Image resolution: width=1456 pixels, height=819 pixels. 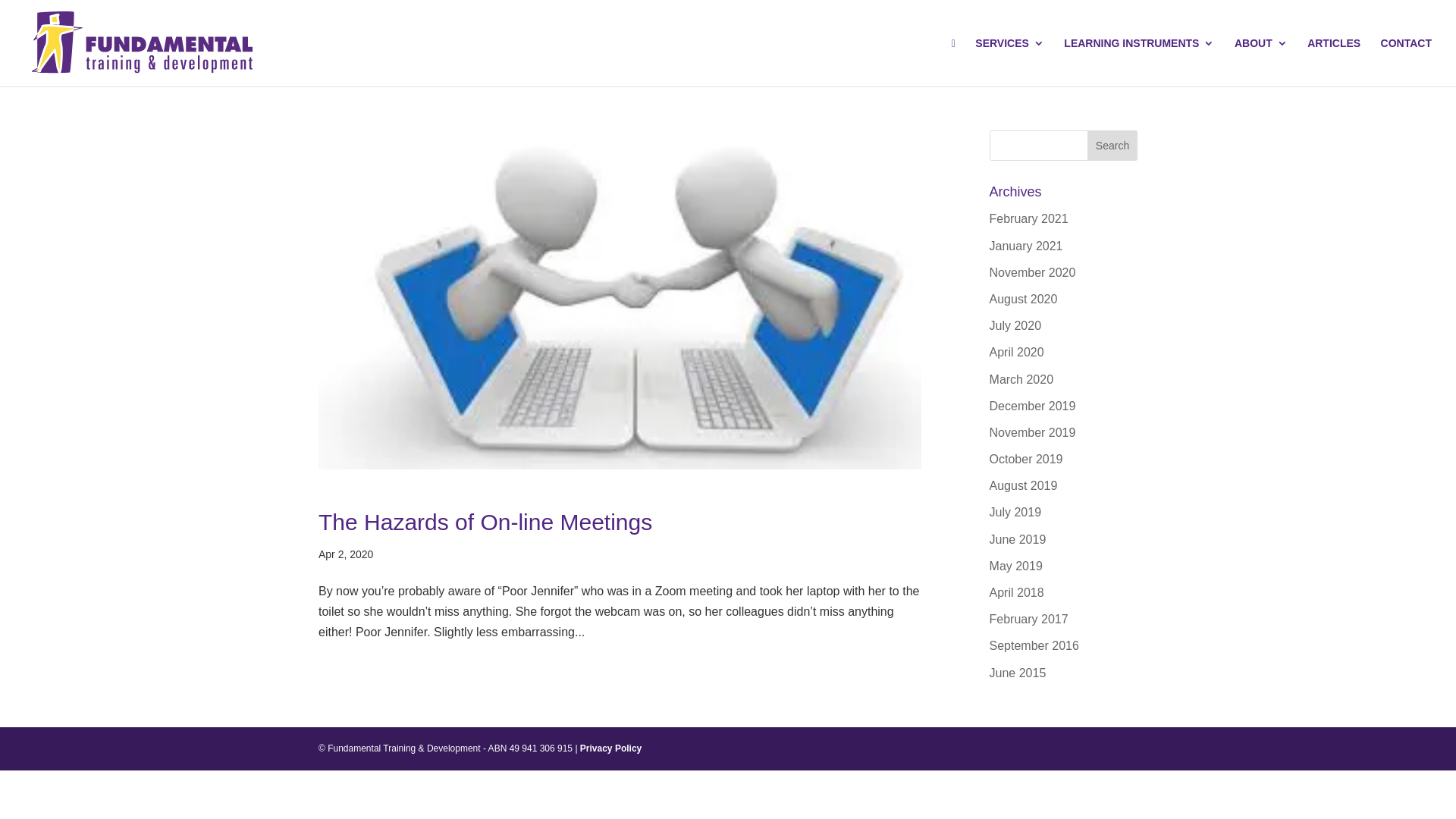 What do you see at coordinates (610, 748) in the screenshot?
I see `'Privacy Policy'` at bounding box center [610, 748].